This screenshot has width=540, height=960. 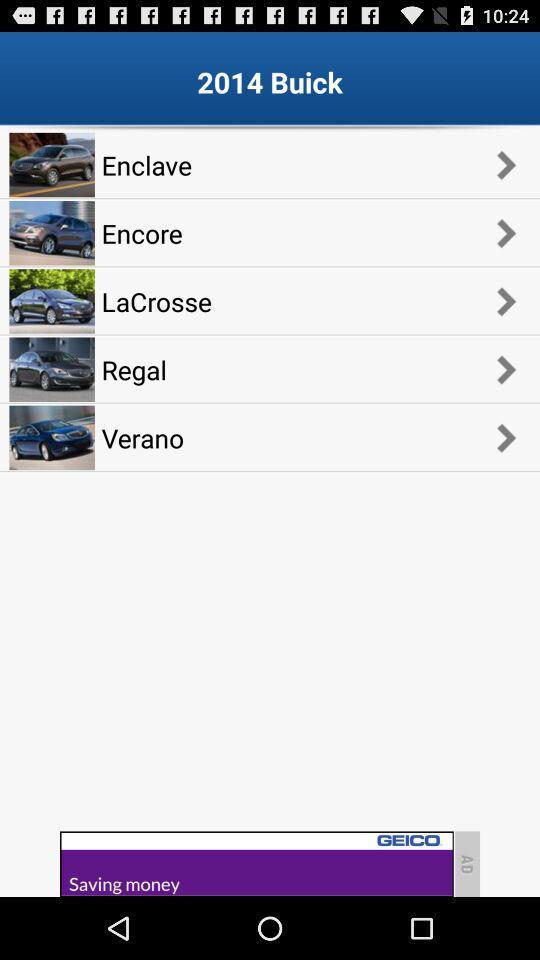 I want to click on the first image on the top, so click(x=52, y=163).